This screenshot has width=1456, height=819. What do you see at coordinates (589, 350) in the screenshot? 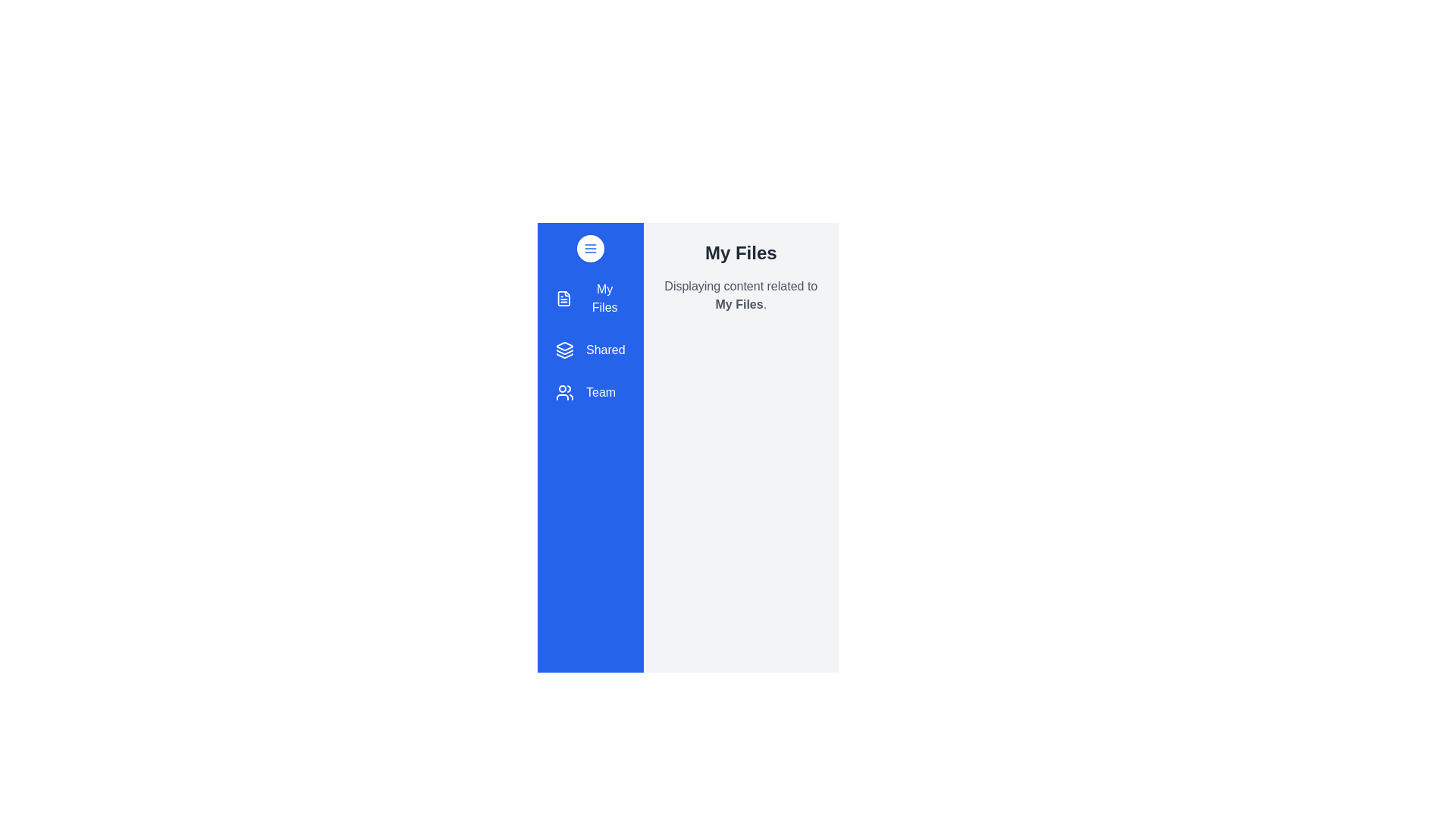
I see `the section Shared from the drawer menu` at bounding box center [589, 350].